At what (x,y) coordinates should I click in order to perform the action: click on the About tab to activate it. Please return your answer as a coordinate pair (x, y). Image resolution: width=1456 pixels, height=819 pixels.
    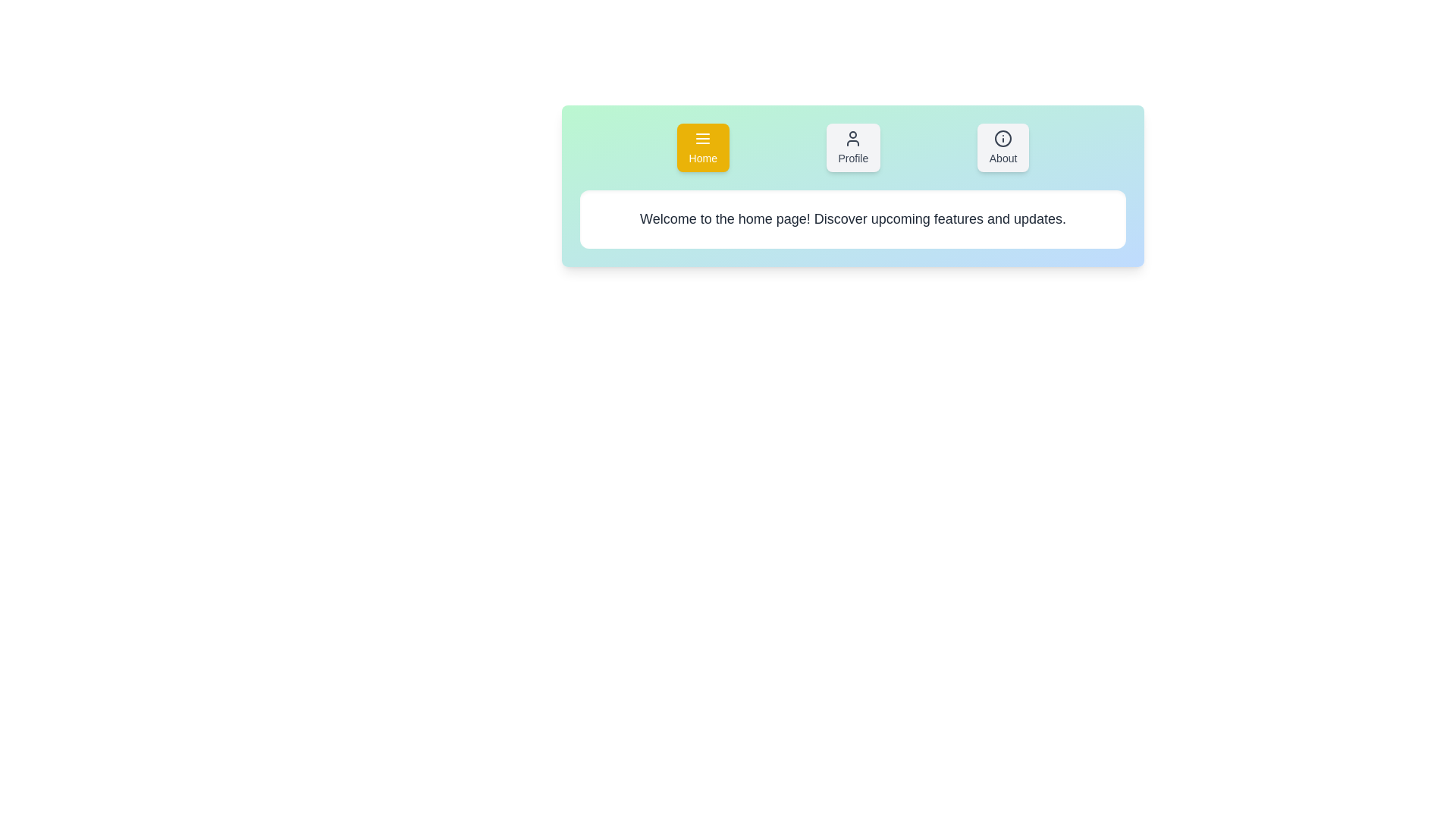
    Looking at the image, I should click on (1003, 148).